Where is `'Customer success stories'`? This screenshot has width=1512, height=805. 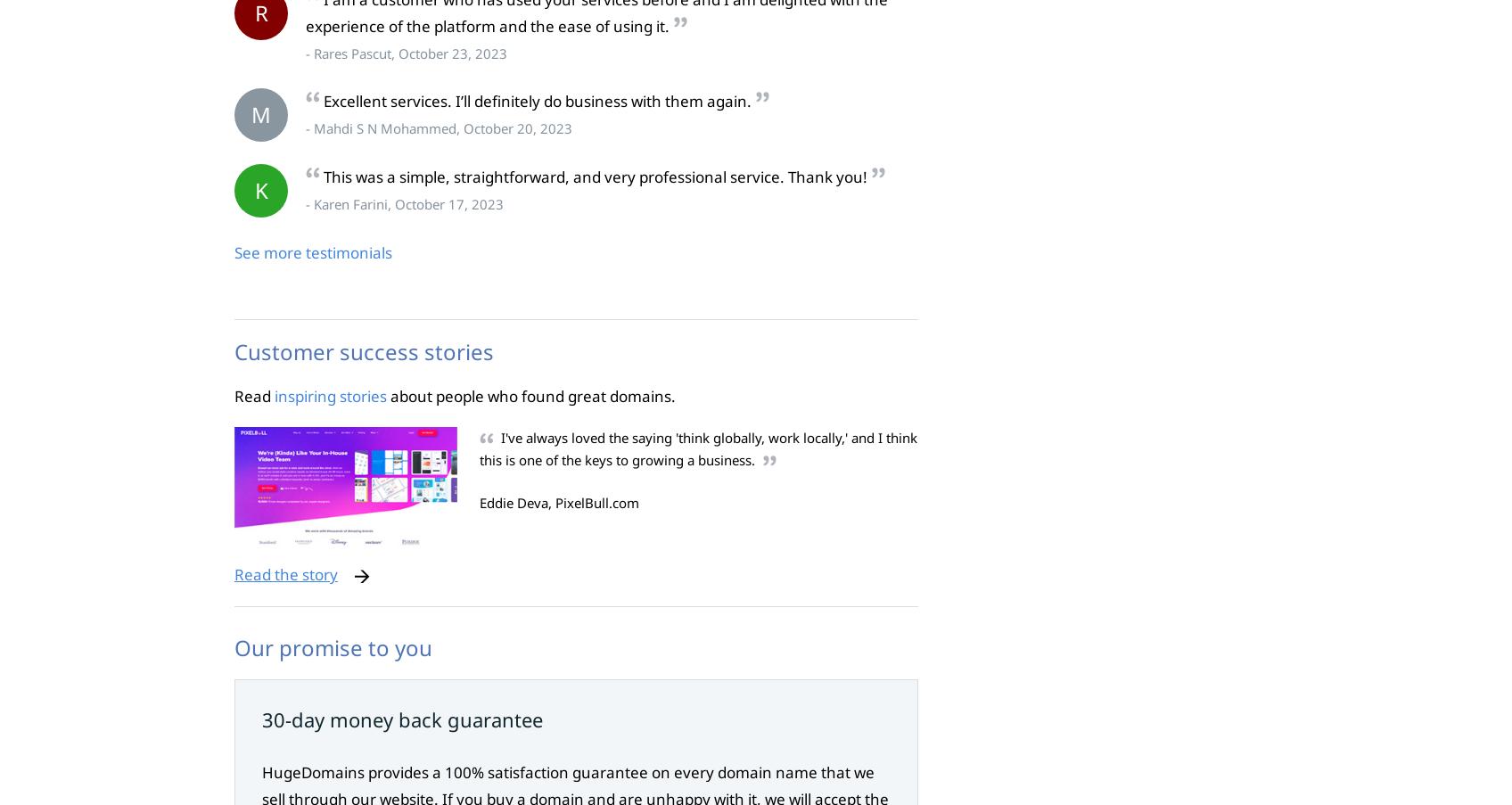 'Customer success stories' is located at coordinates (234, 349).